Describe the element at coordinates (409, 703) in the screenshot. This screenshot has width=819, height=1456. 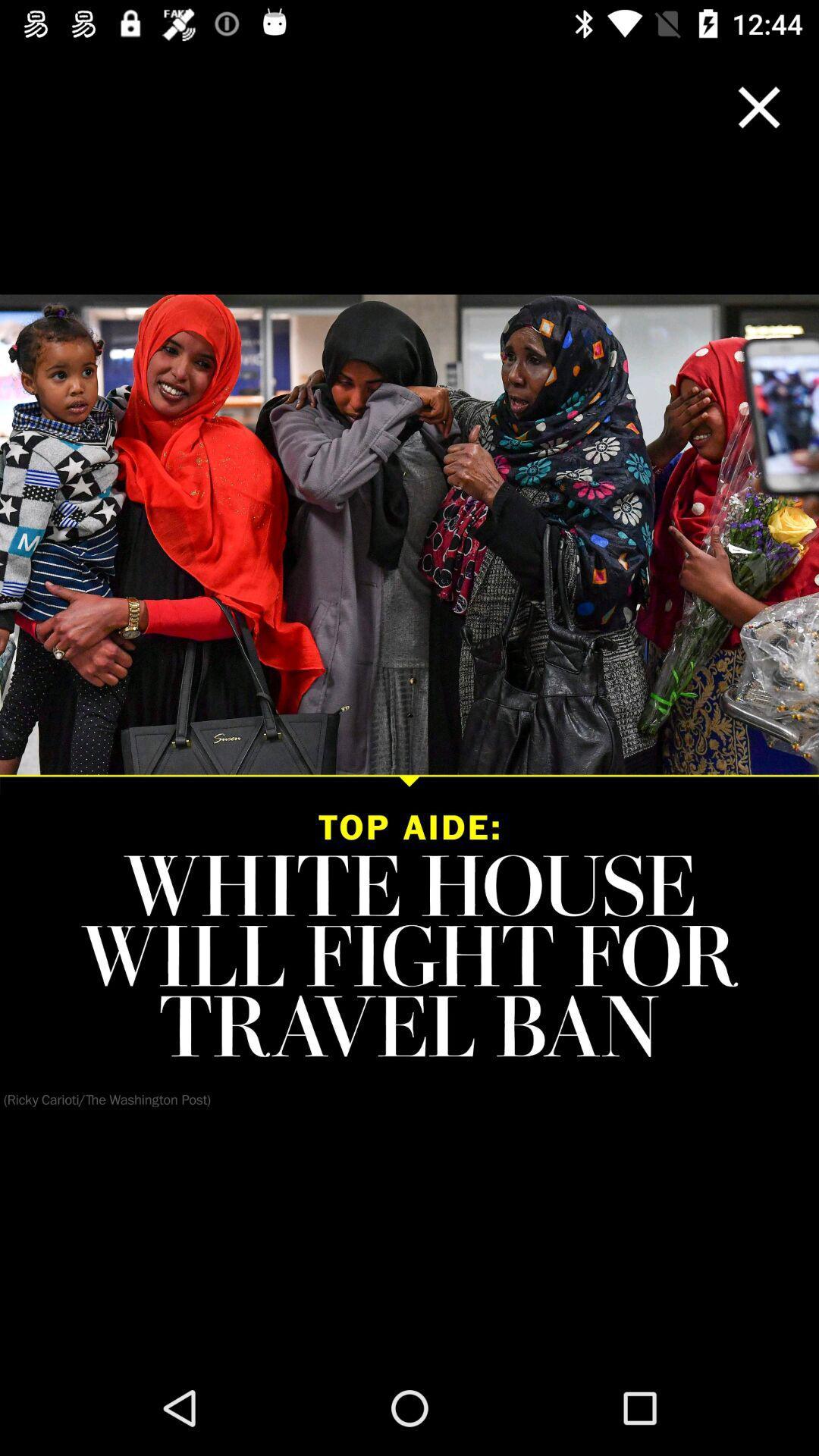
I see `icon at the center` at that location.